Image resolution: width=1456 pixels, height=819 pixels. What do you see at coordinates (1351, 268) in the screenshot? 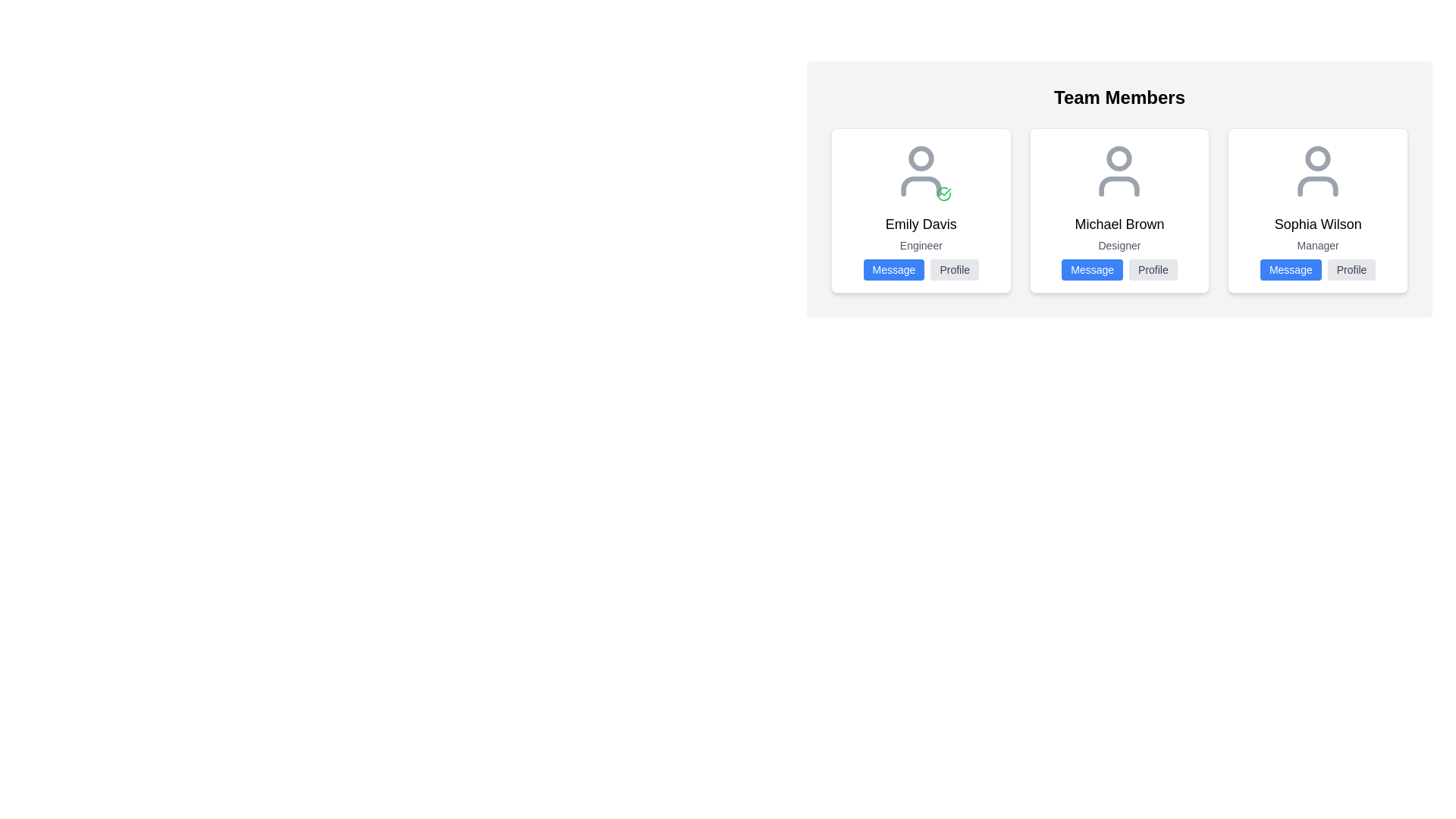
I see `the 'Profile' button, which is a rectangular button with a light gray background and rounded corners, located immediately to the right of the blue 'Message' button` at bounding box center [1351, 268].